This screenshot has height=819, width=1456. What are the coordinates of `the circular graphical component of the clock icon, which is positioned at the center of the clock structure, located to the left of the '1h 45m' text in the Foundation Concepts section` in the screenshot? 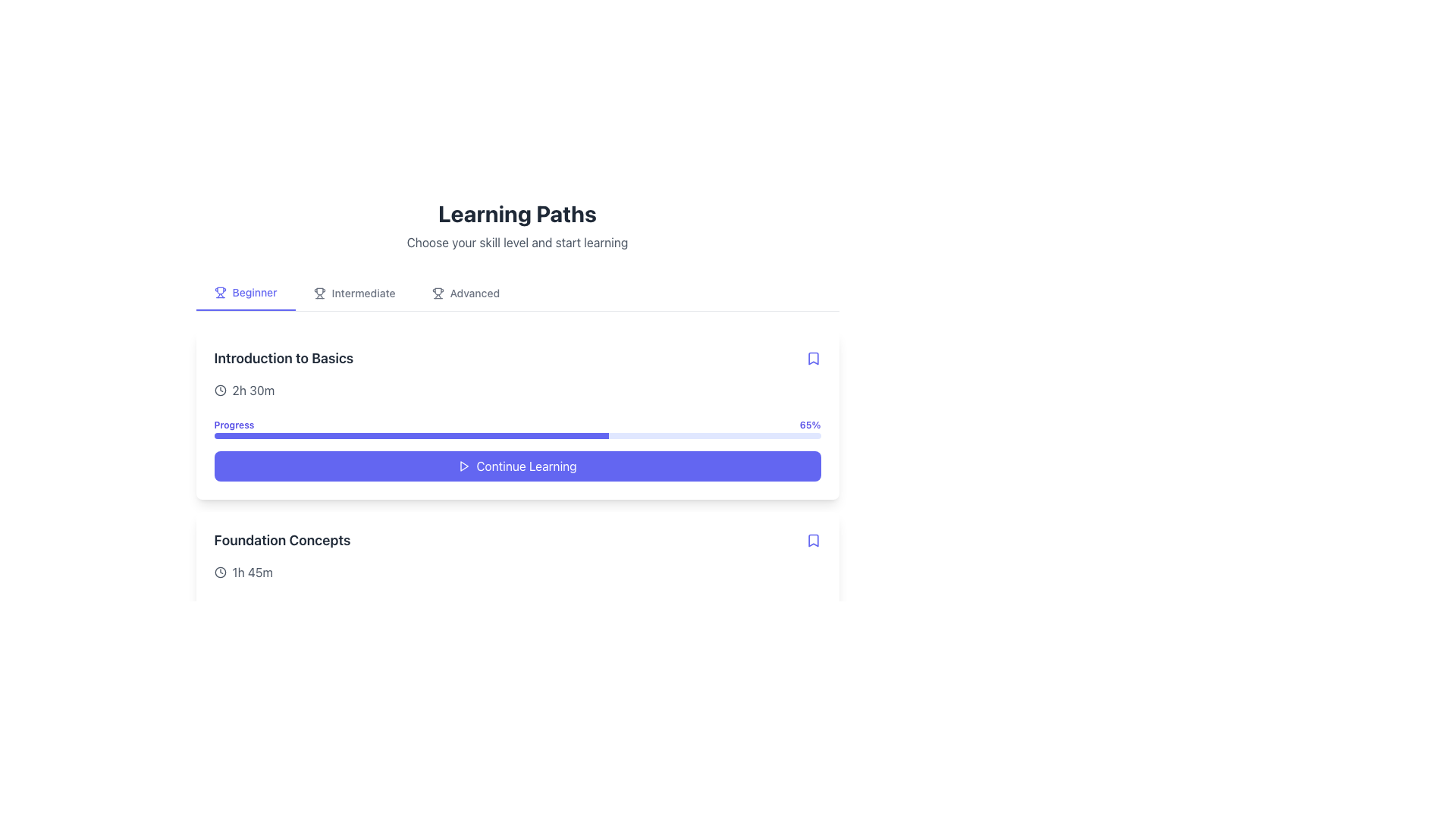 It's located at (219, 573).